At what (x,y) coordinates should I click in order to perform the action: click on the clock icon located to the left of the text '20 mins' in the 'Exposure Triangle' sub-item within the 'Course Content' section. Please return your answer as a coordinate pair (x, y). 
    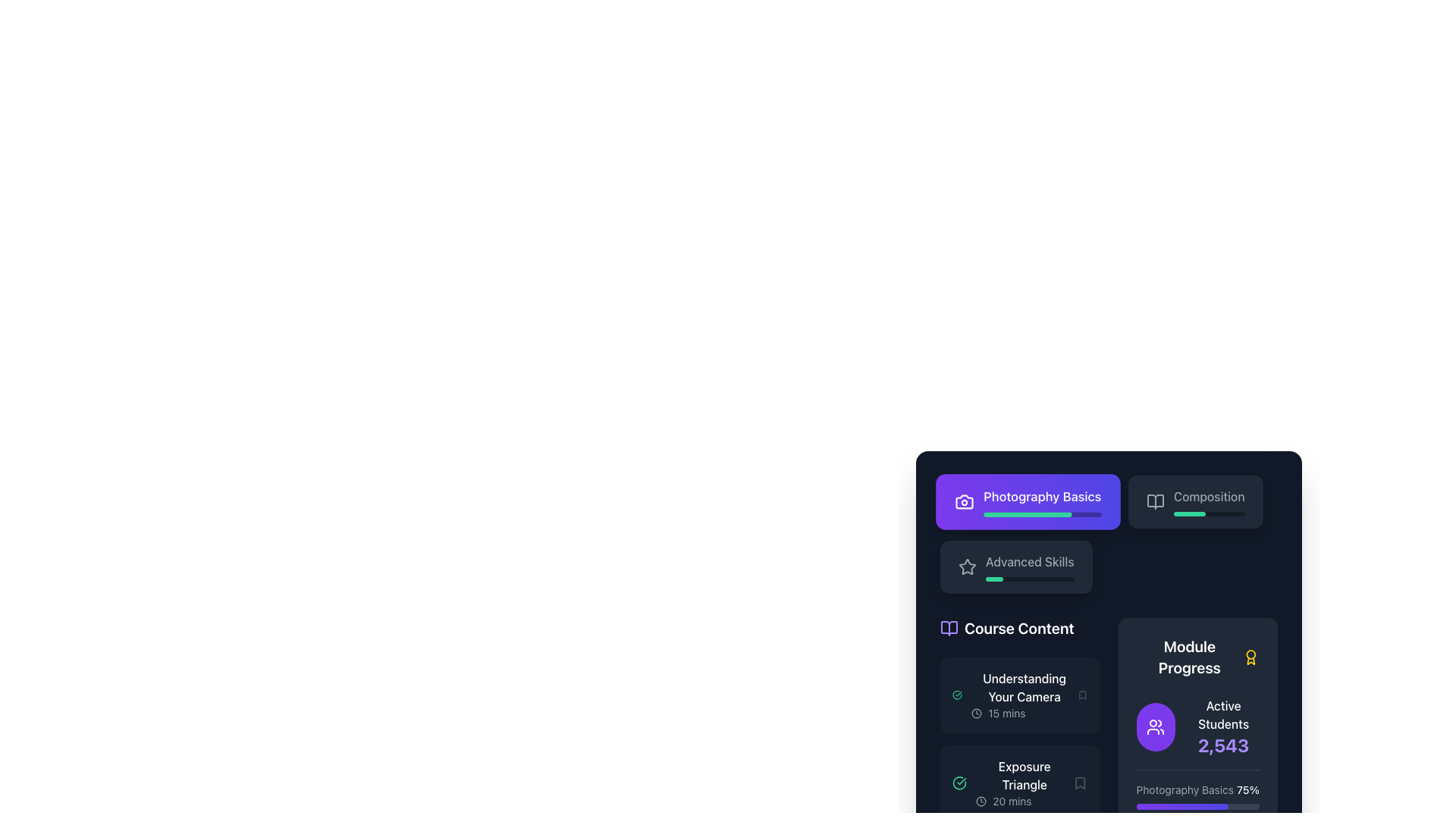
    Looking at the image, I should click on (981, 800).